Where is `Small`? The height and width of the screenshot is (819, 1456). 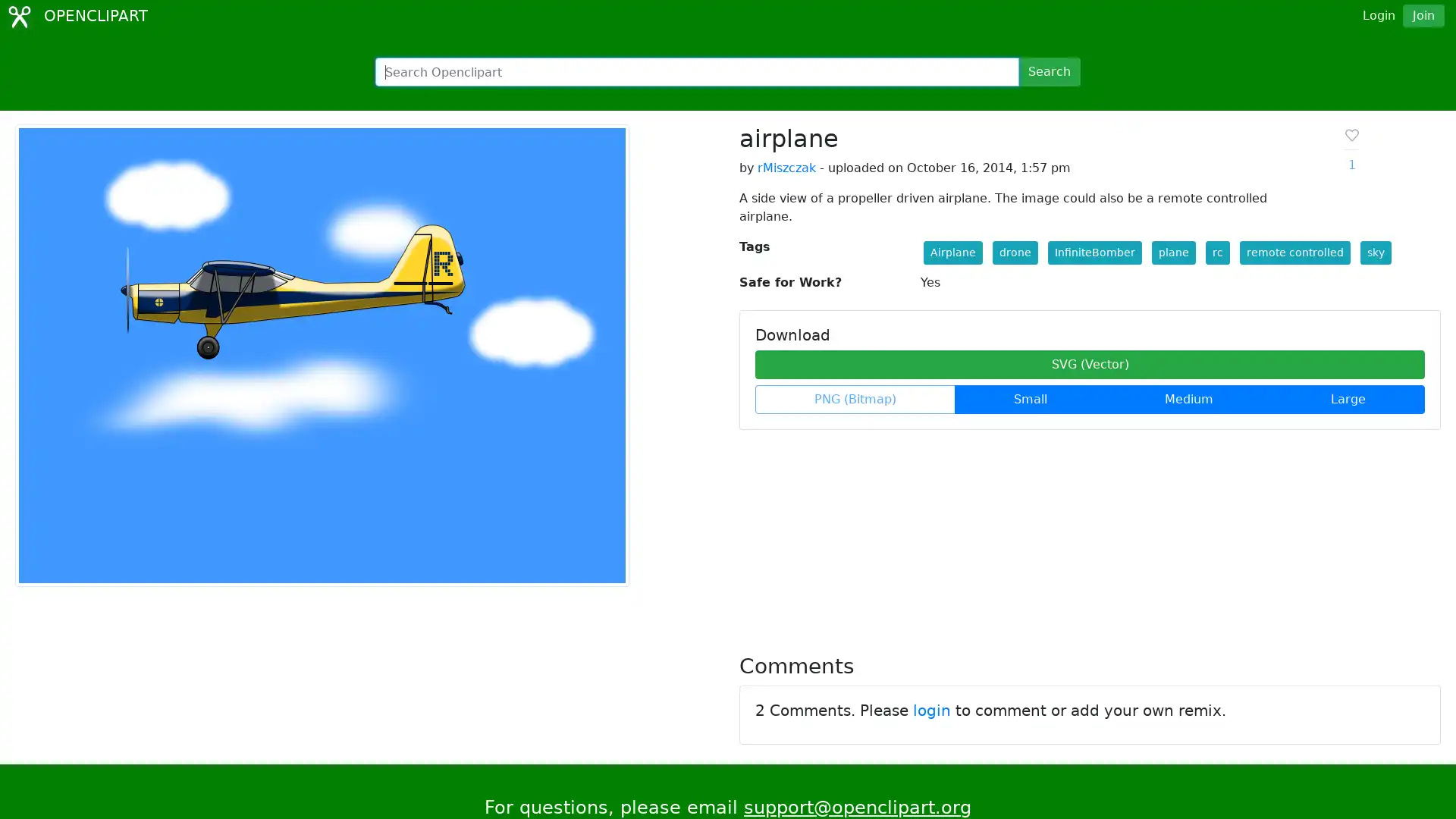 Small is located at coordinates (1030, 399).